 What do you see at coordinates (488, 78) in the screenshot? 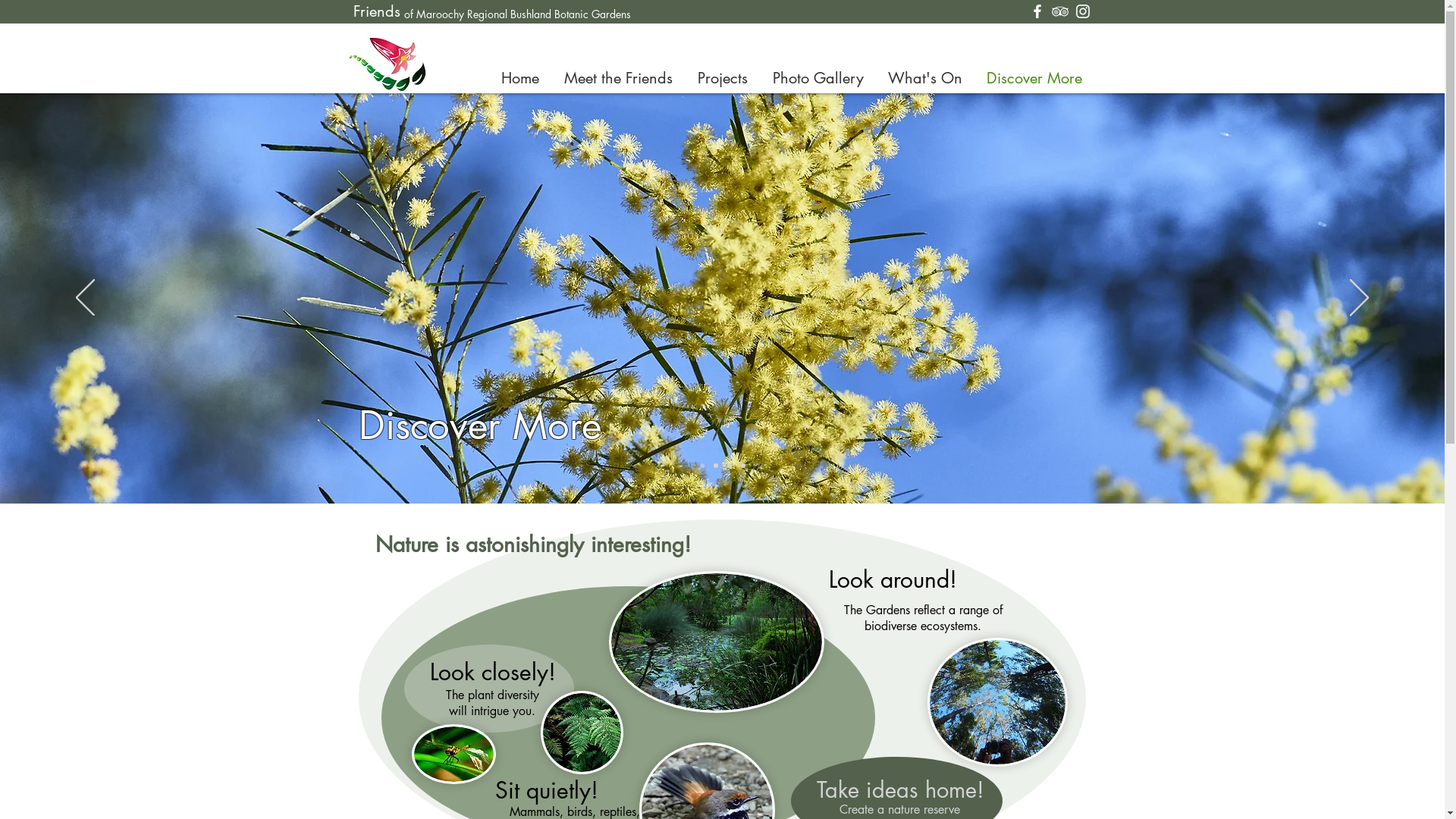
I see `'Home'` at bounding box center [488, 78].